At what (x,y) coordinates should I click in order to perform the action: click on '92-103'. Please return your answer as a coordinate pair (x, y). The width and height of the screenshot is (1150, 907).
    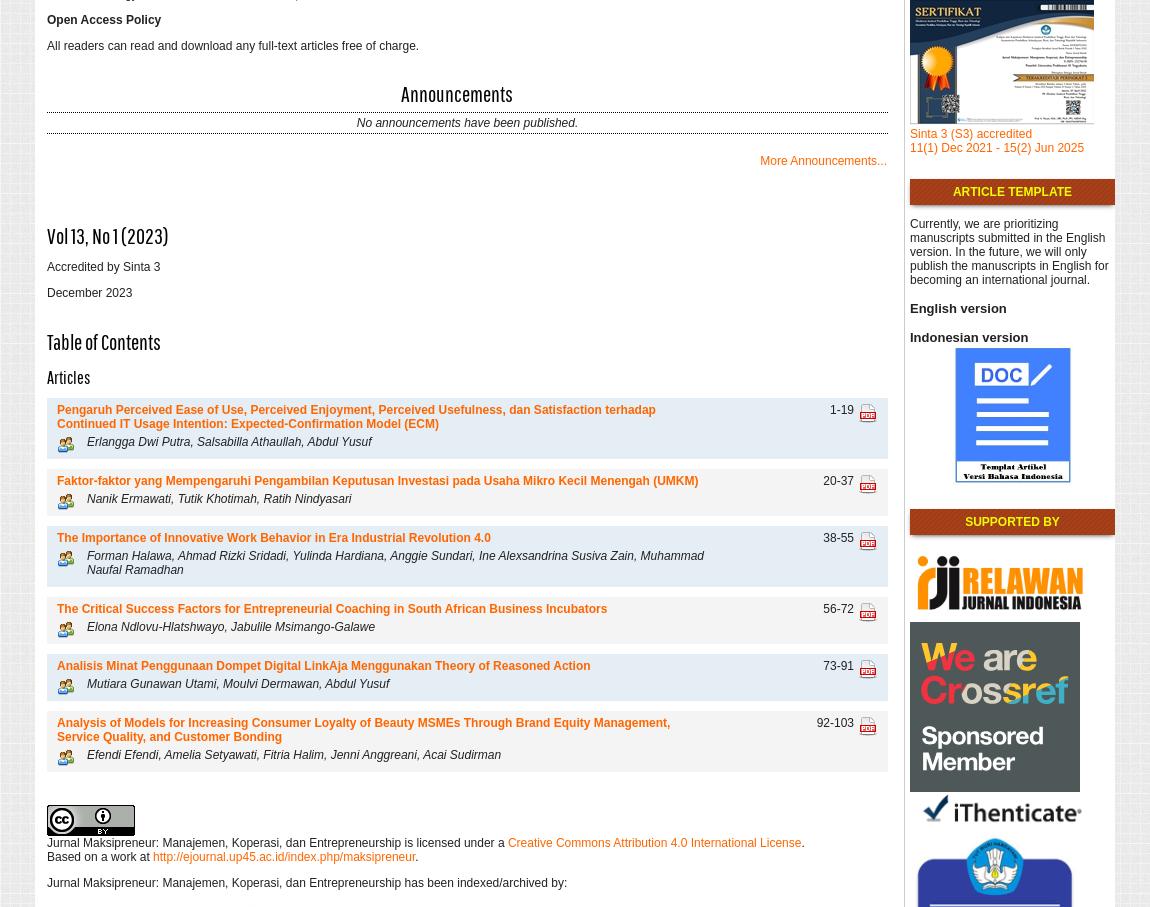
    Looking at the image, I should click on (815, 721).